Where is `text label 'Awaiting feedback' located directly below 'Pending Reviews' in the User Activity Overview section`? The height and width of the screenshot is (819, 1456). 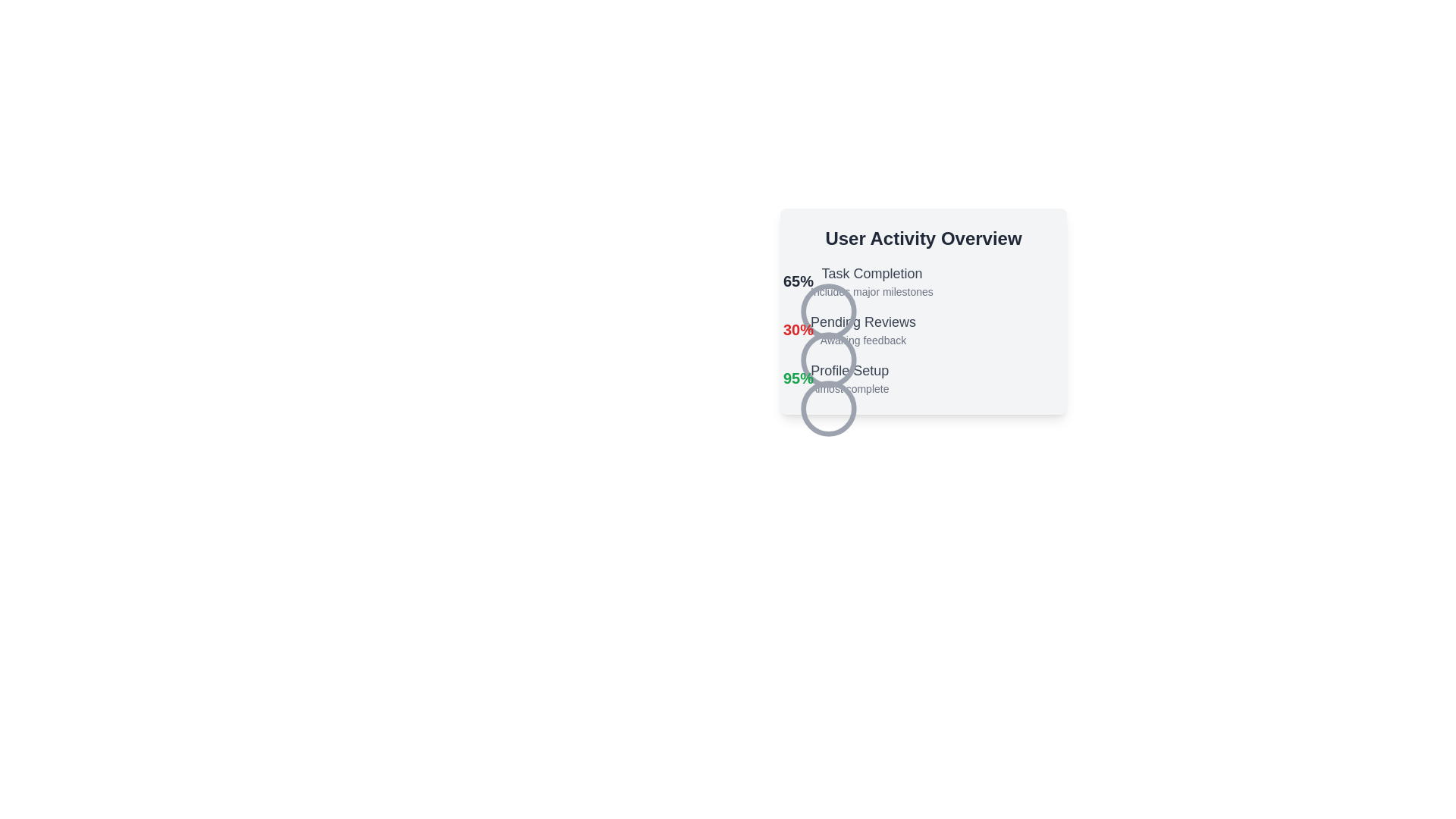 text label 'Awaiting feedback' located directly below 'Pending Reviews' in the User Activity Overview section is located at coordinates (863, 339).